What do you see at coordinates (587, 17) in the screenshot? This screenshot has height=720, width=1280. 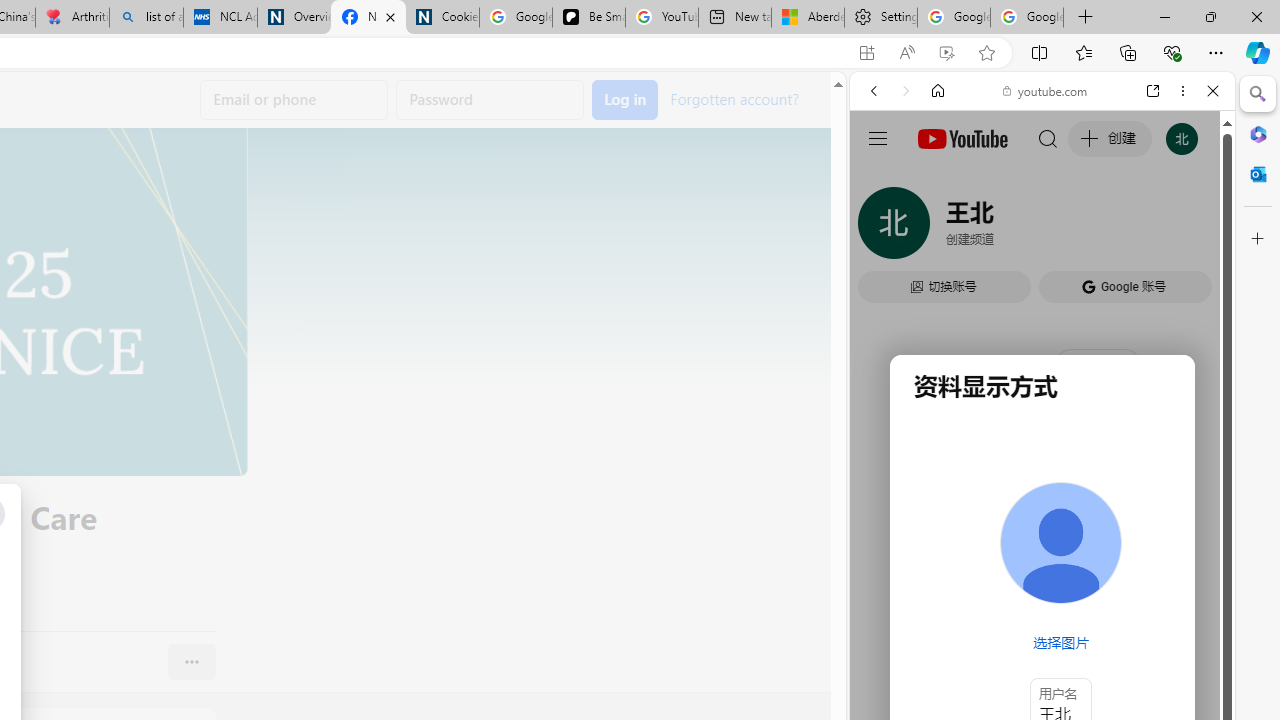 I see `'Be Smart | creating Science videos | Patreon'` at bounding box center [587, 17].